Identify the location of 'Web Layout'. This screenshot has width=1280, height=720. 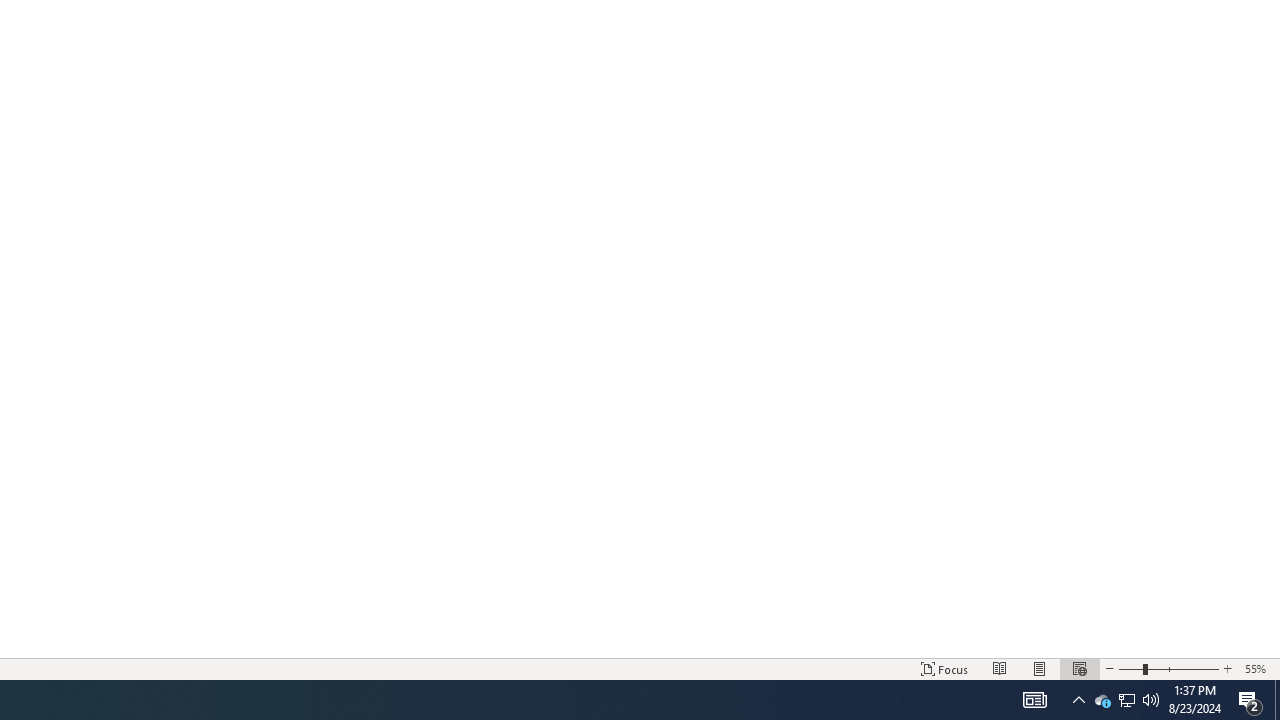
(1078, 669).